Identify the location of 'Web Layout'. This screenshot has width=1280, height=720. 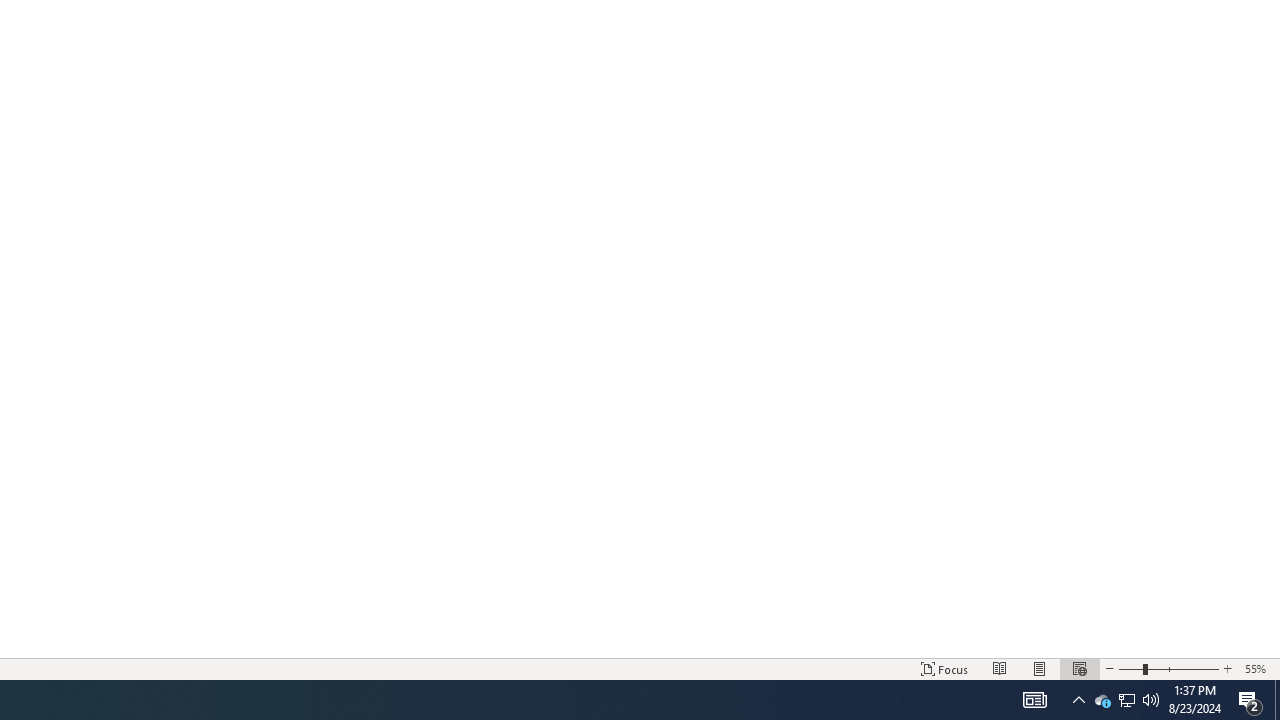
(1078, 669).